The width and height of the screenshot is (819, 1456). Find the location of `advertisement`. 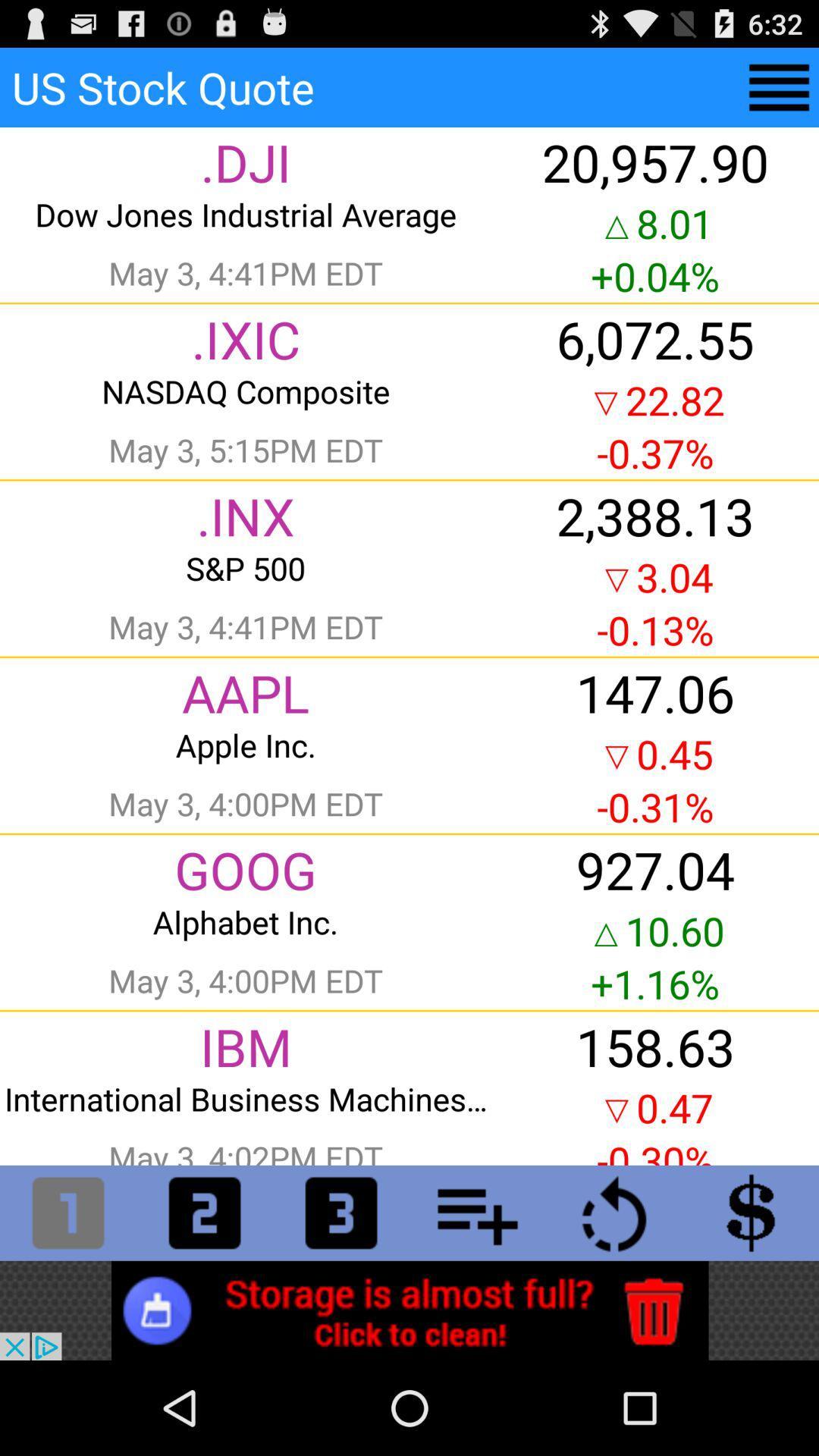

advertisement is located at coordinates (409, 1310).